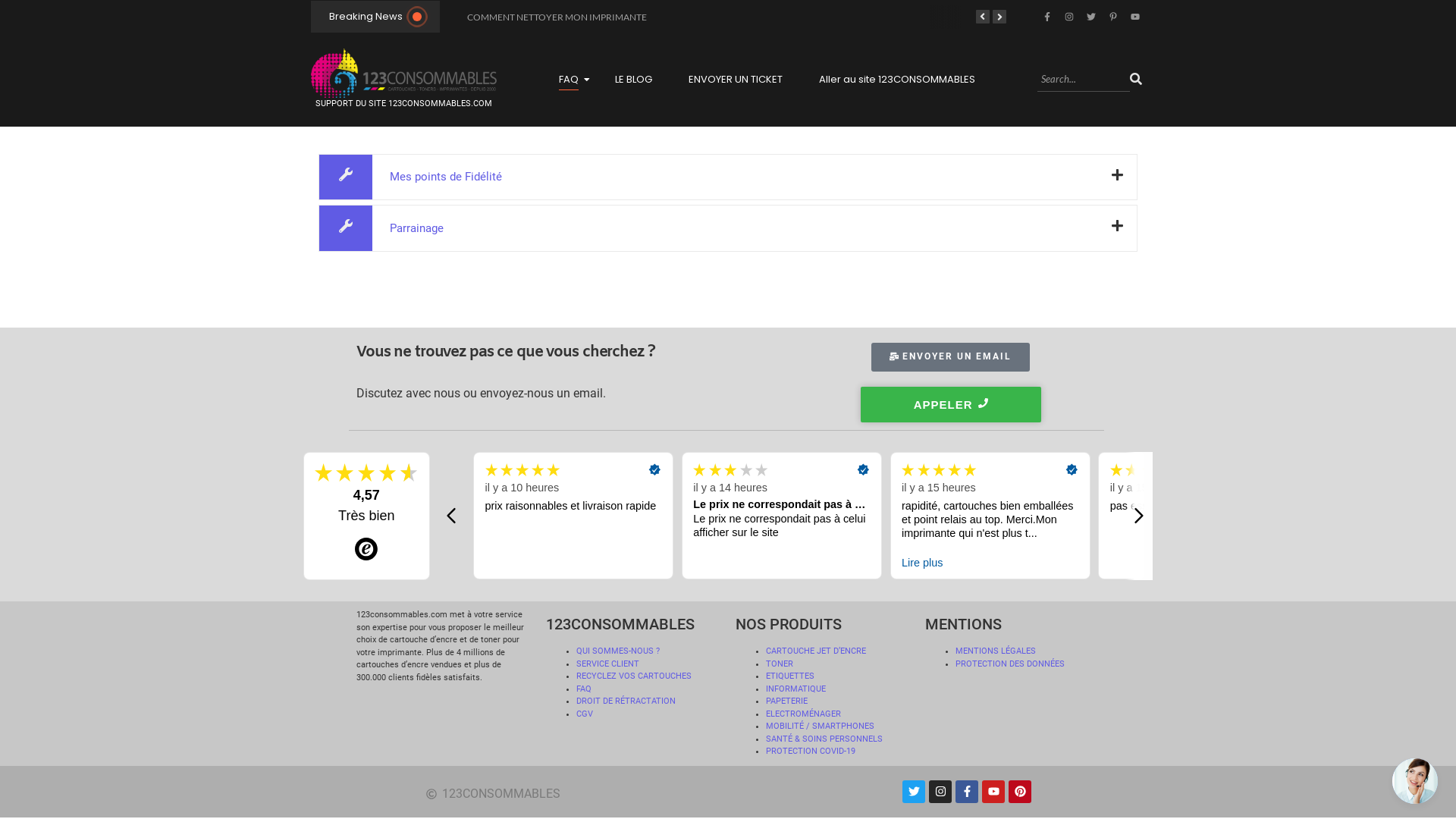  What do you see at coordinates (633, 675) in the screenshot?
I see `'RECYCLEZ VOS CARTOUCHES'` at bounding box center [633, 675].